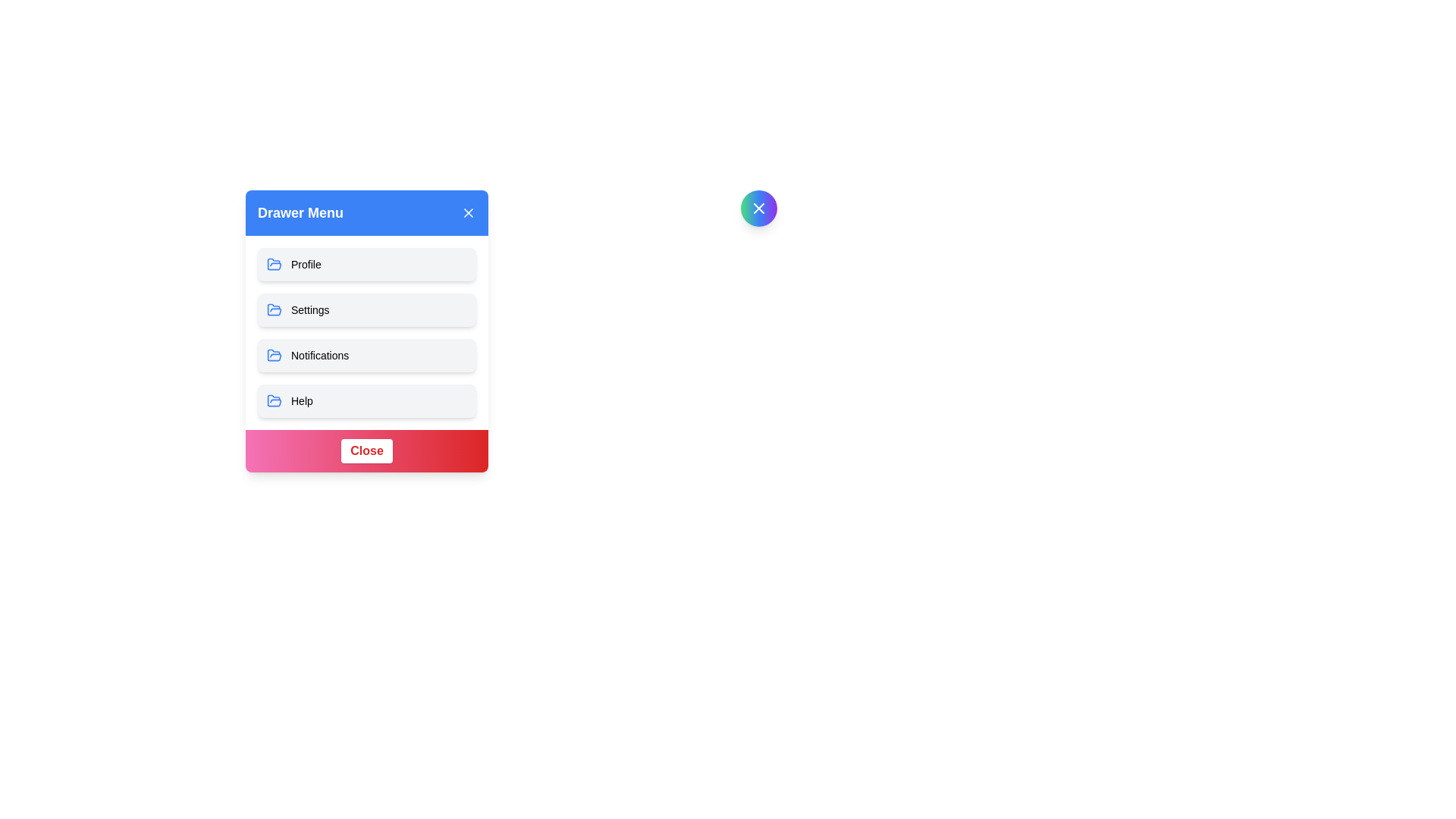 The width and height of the screenshot is (1456, 819). Describe the element at coordinates (300, 213) in the screenshot. I see `the static text label that serves as the title for the drawer menu, located in the top-left portion of the blue header section` at that location.